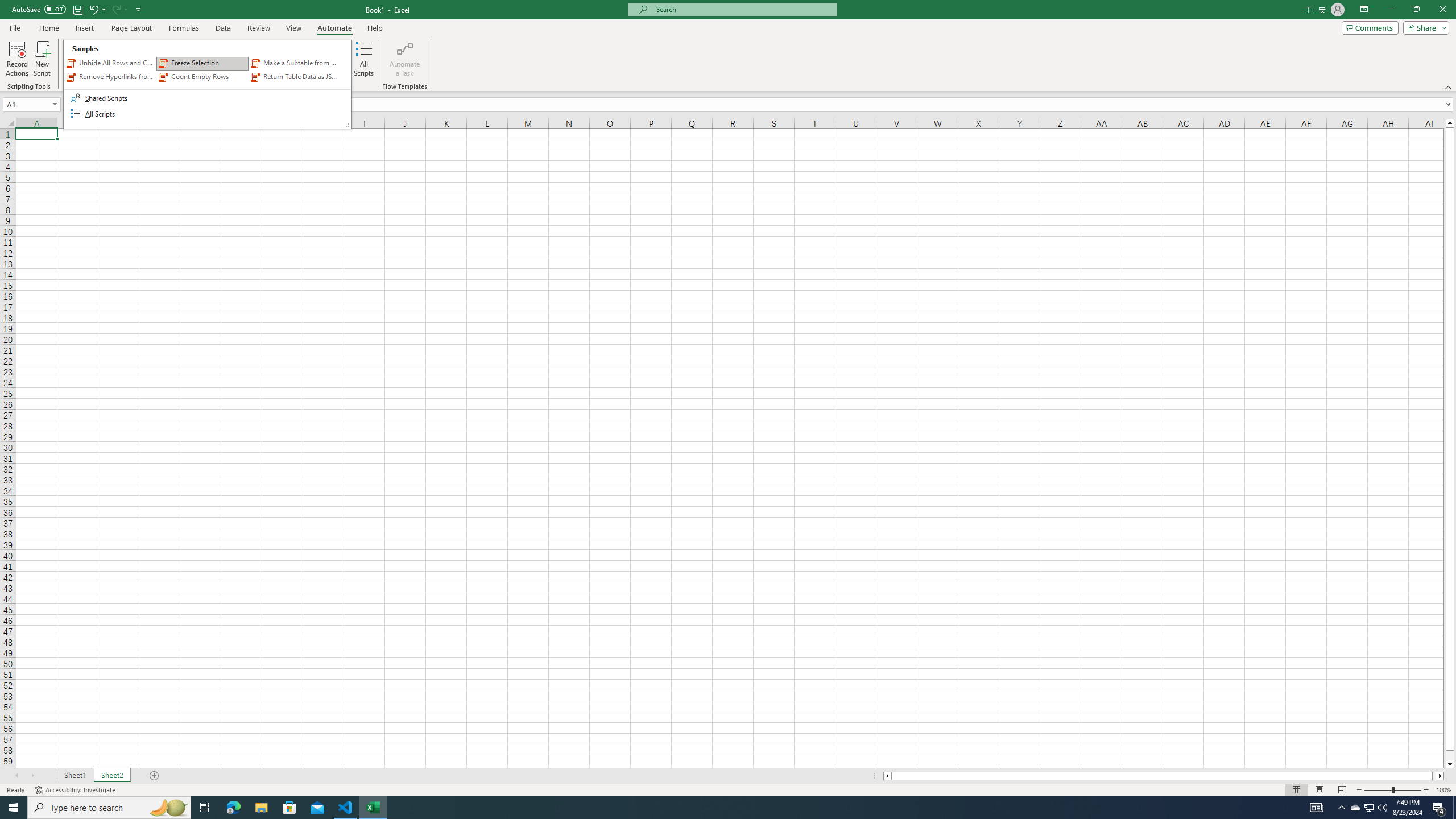 This screenshot has height=819, width=1456. What do you see at coordinates (334, 28) in the screenshot?
I see `'Automate'` at bounding box center [334, 28].